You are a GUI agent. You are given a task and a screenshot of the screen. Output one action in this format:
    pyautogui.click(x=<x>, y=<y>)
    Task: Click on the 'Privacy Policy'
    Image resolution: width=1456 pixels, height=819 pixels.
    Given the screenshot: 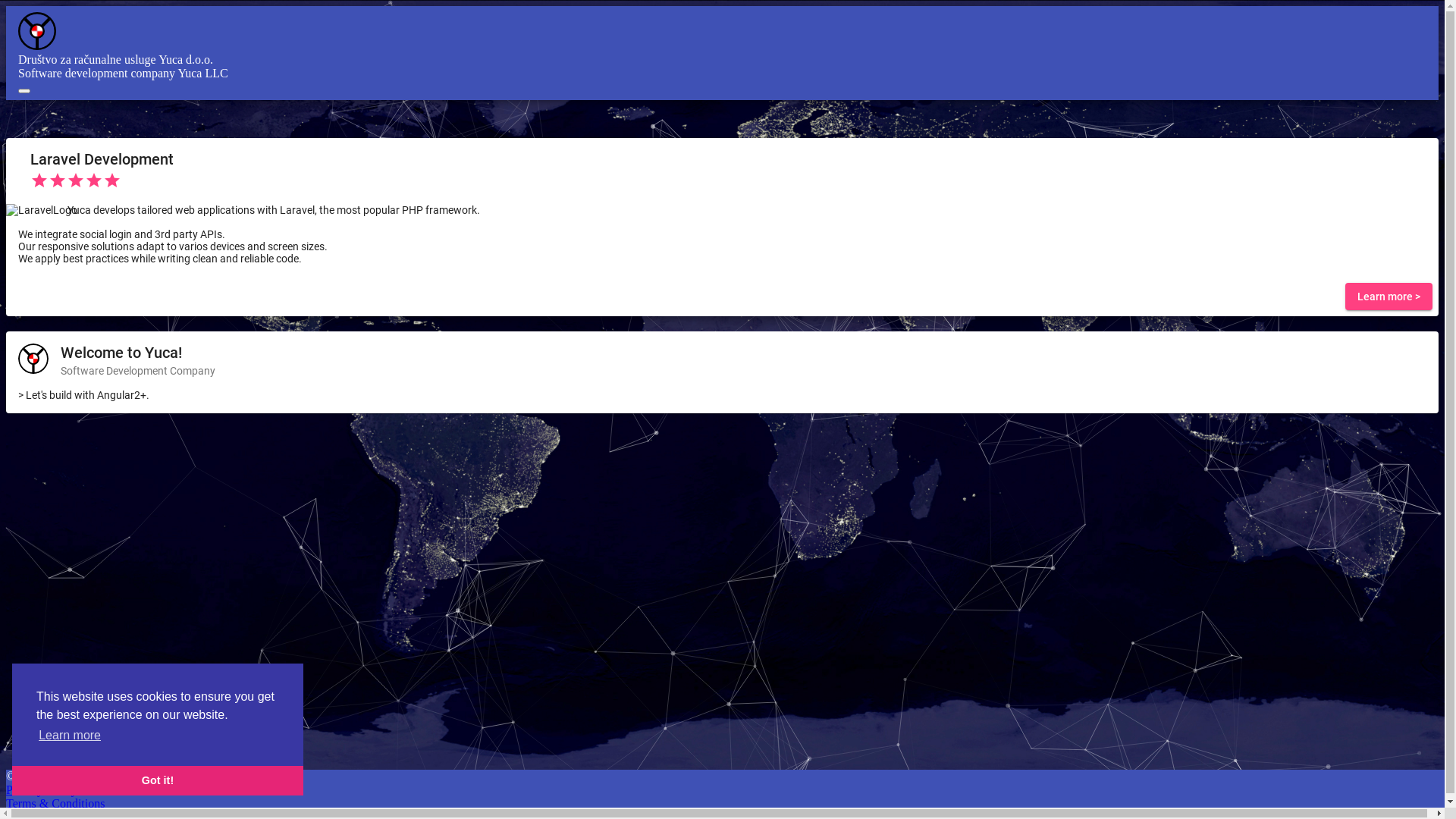 What is the action you would take?
    pyautogui.click(x=41, y=789)
    